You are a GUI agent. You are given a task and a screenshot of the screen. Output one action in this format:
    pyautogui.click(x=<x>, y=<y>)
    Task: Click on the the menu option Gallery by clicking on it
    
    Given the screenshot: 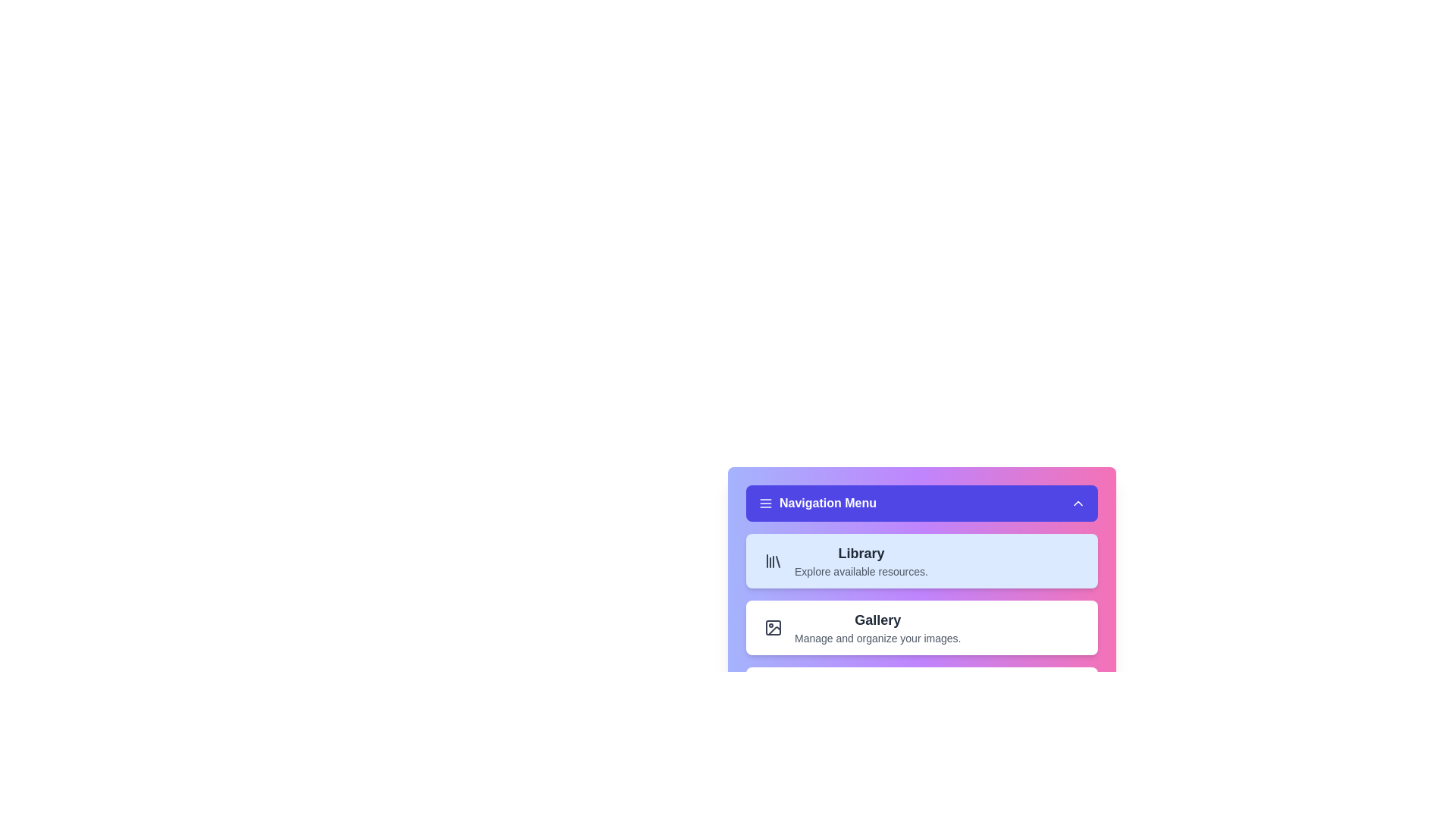 What is the action you would take?
    pyautogui.click(x=921, y=628)
    